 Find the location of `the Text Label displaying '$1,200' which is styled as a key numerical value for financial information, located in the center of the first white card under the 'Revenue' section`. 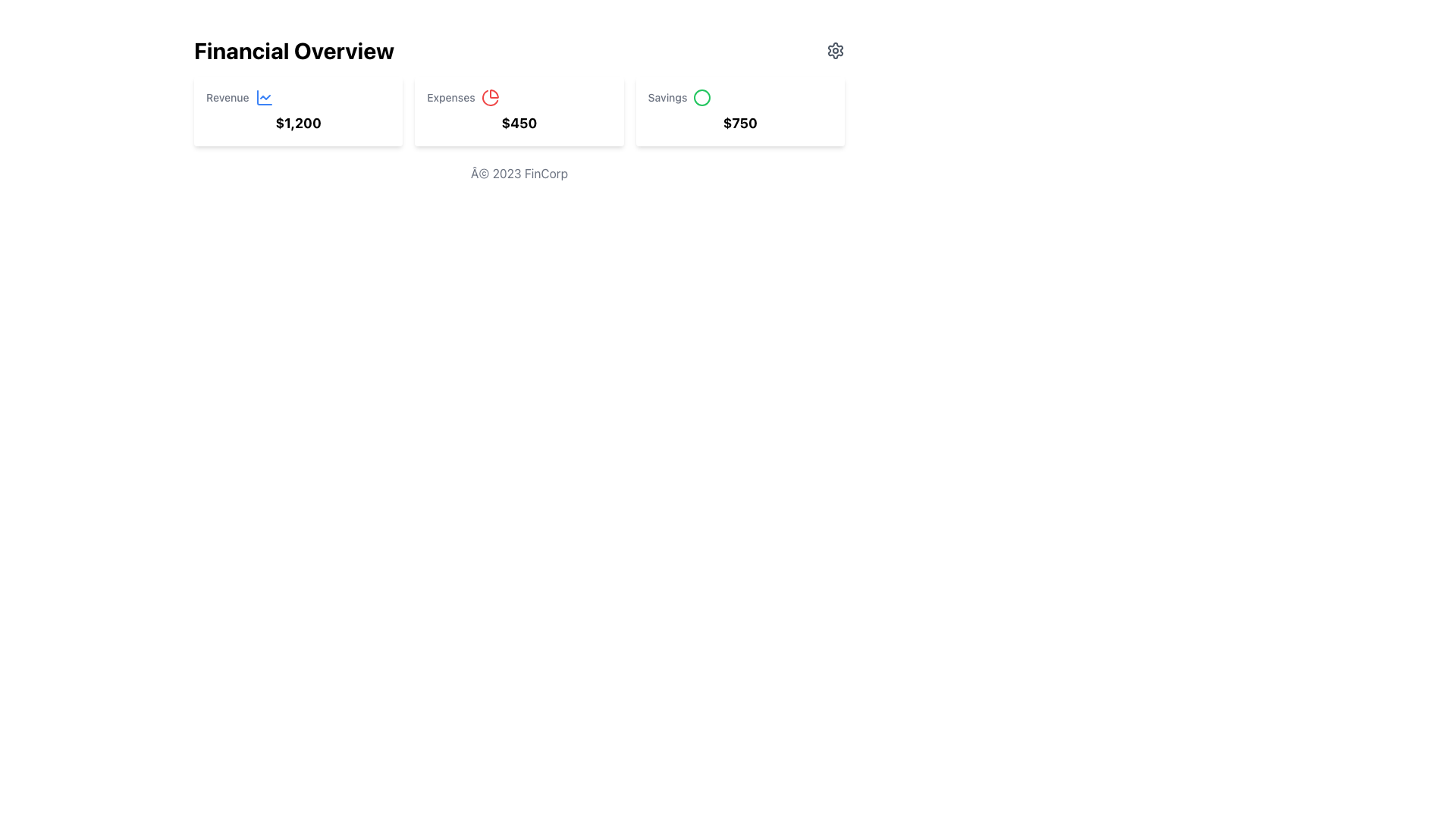

the Text Label displaying '$1,200' which is styled as a key numerical value for financial information, located in the center of the first white card under the 'Revenue' section is located at coordinates (298, 122).